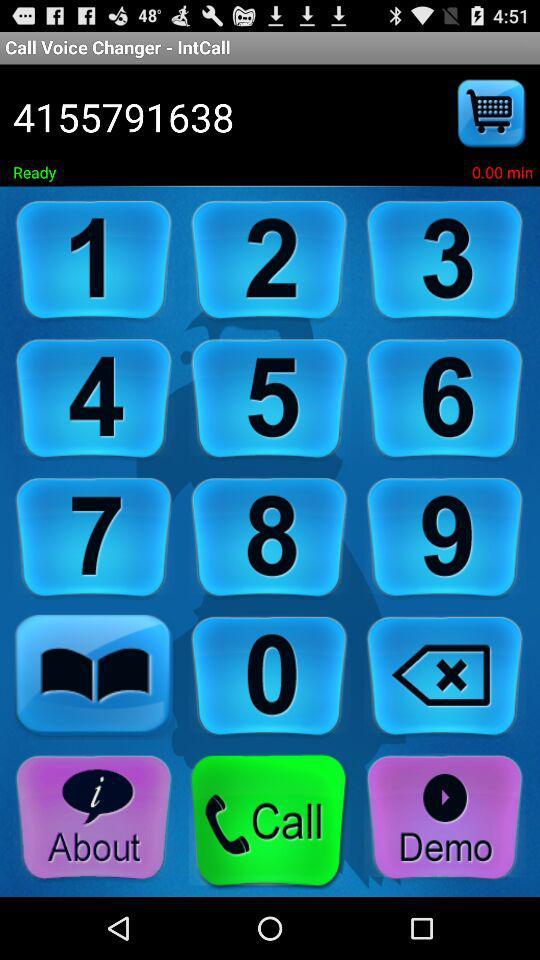 The height and width of the screenshot is (960, 540). I want to click on number option, so click(269, 677).